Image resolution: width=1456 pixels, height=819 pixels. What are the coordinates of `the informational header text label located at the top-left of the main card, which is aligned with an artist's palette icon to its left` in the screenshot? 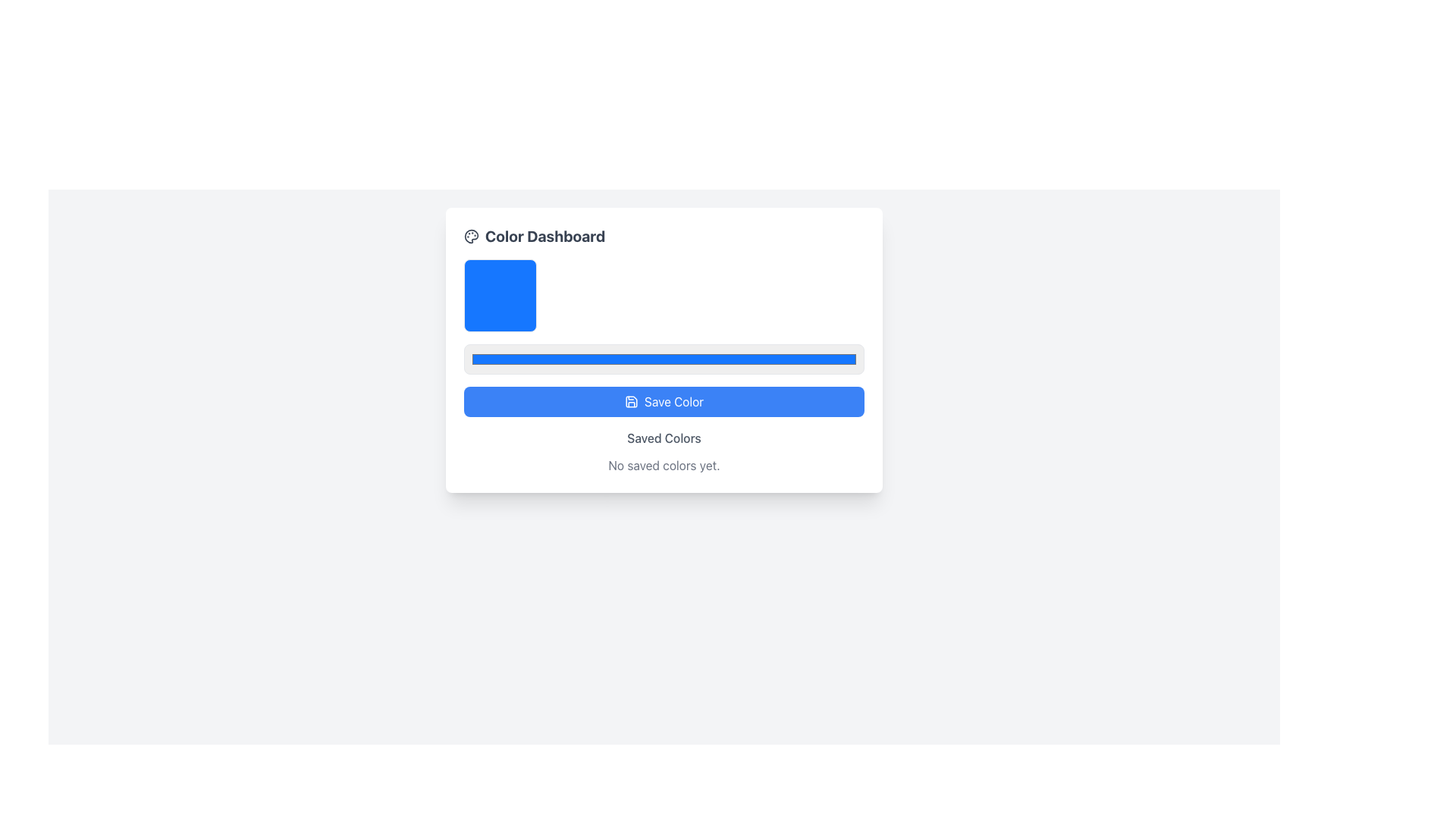 It's located at (535, 237).